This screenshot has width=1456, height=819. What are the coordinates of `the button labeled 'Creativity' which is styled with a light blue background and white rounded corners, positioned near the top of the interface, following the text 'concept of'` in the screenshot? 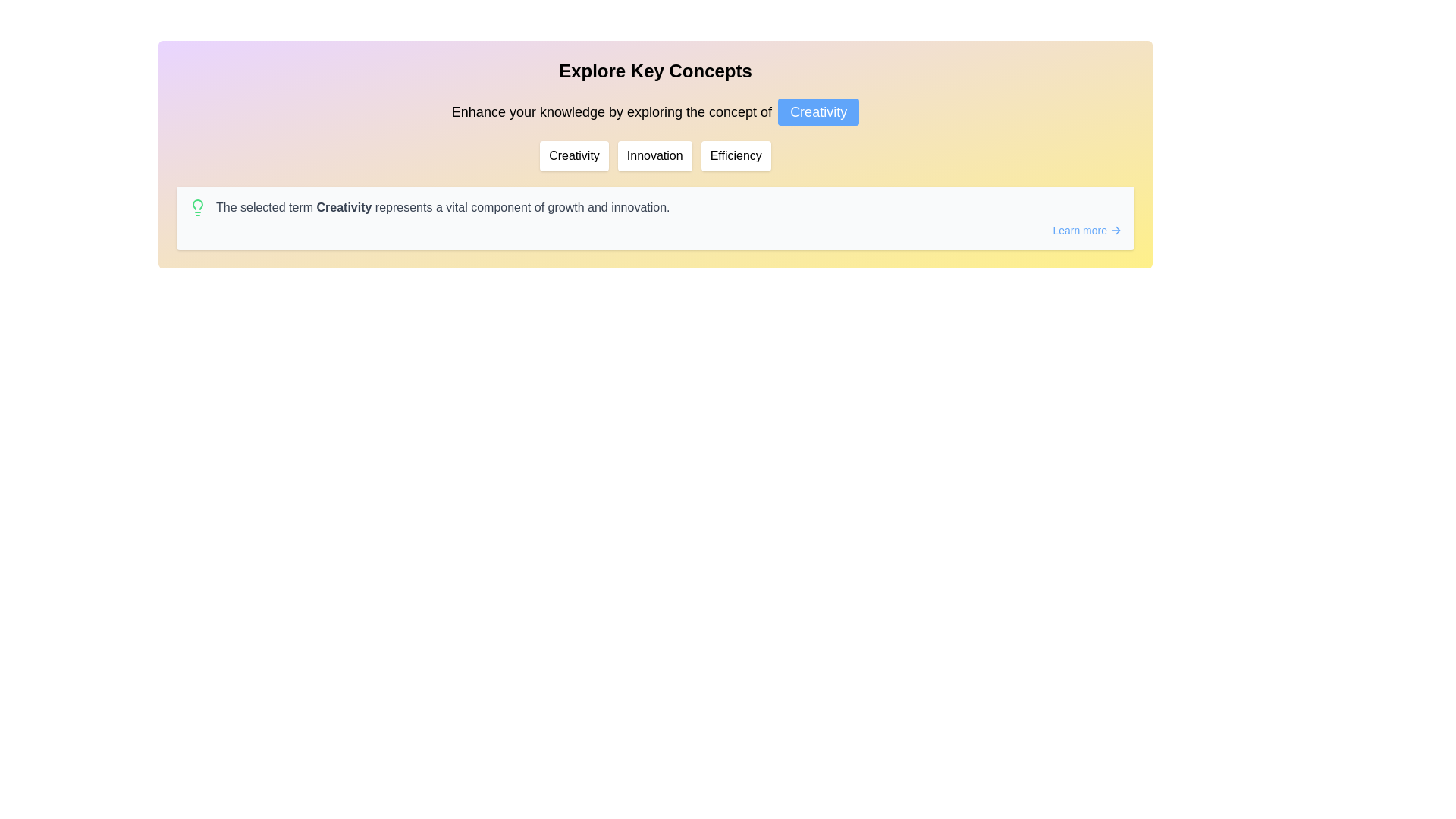 It's located at (817, 111).